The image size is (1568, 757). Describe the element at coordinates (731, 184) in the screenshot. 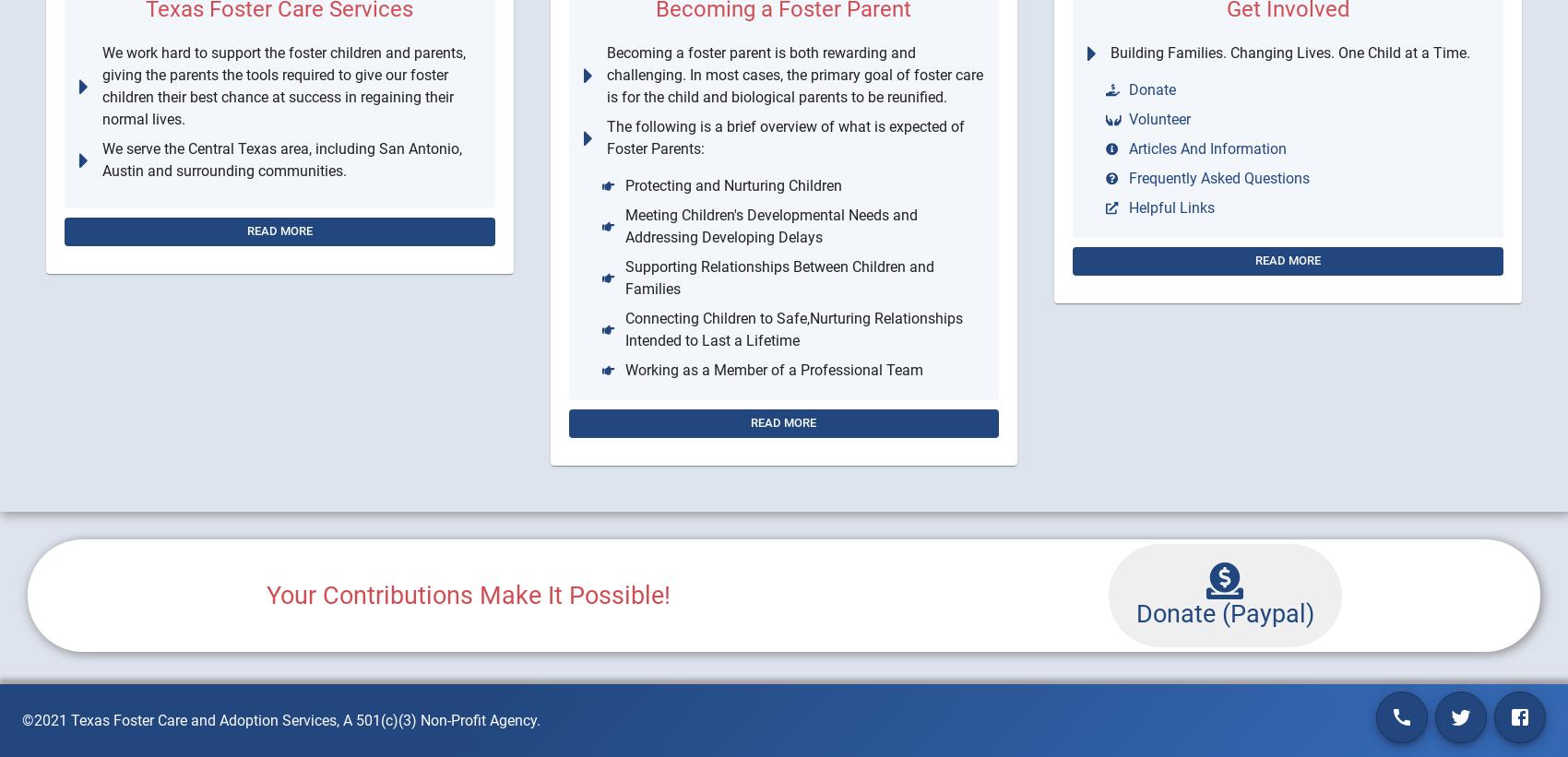

I see `'Protecting and Nurturing Children'` at that location.